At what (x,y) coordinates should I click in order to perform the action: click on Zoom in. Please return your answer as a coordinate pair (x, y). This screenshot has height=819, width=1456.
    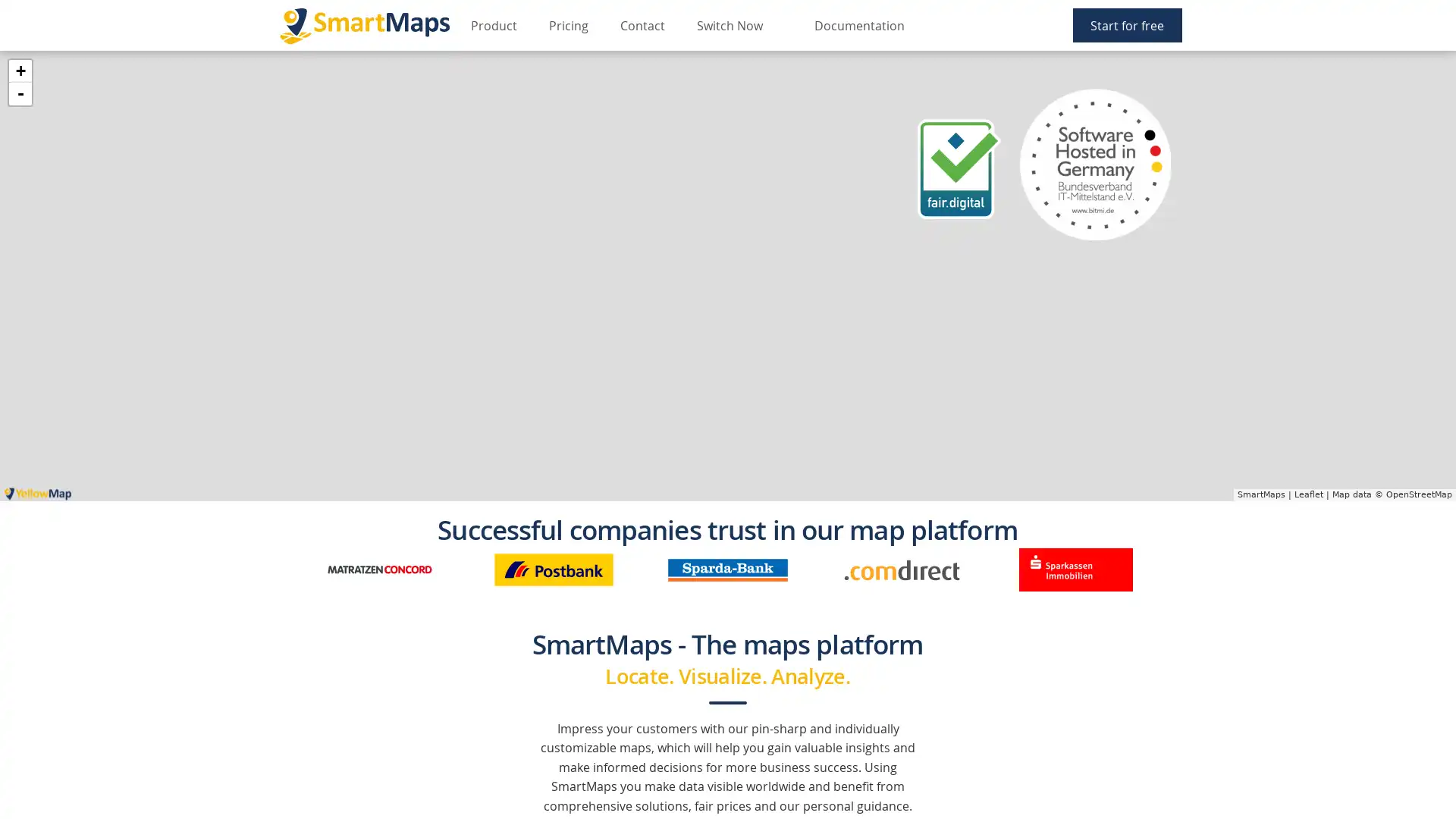
    Looking at the image, I should click on (20, 71).